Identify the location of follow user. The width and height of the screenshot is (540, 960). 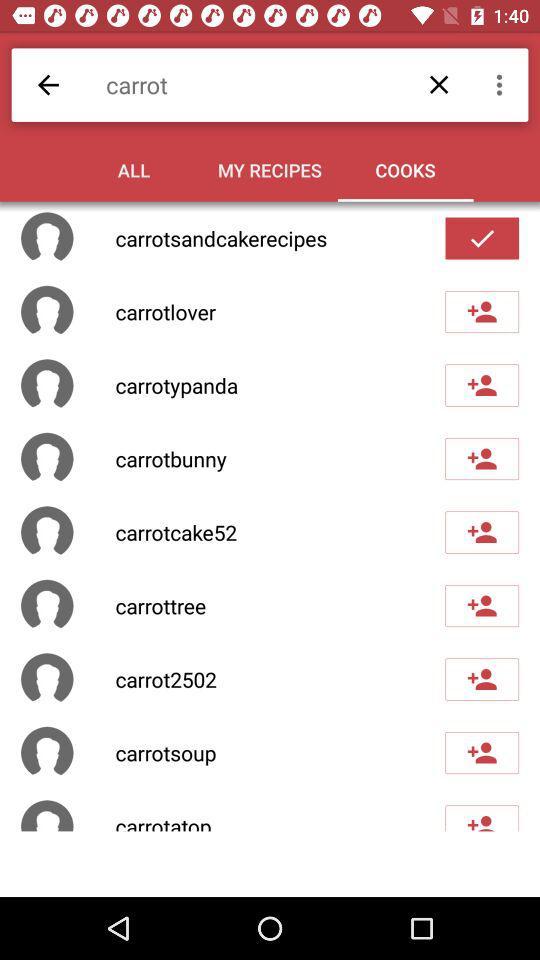
(481, 679).